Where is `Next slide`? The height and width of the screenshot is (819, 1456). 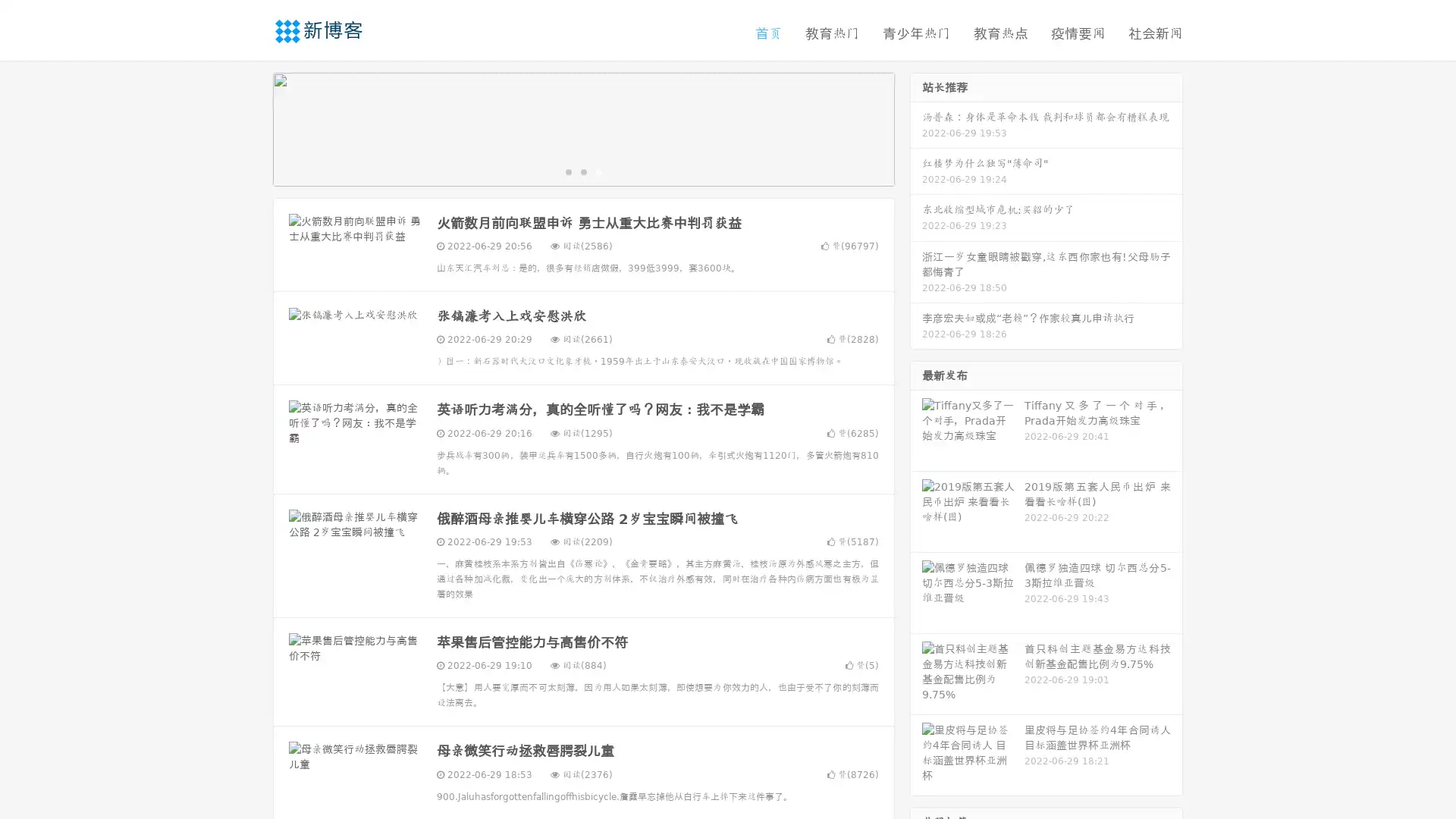 Next slide is located at coordinates (916, 127).